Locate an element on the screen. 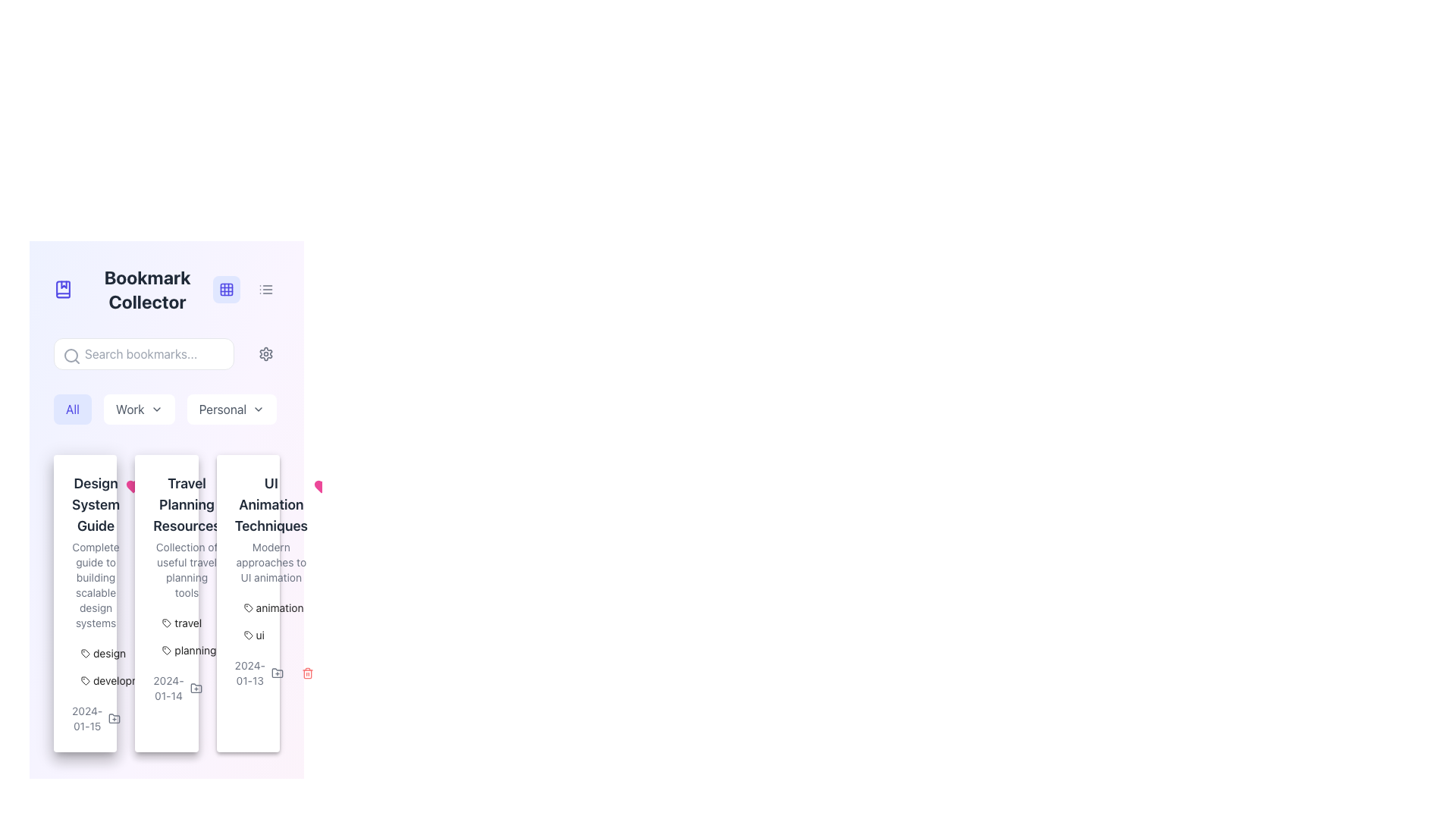  the 'Bookmark Collector' label at the top of the interface, which is styled prominently in bold, dark text is located at coordinates (167, 289).